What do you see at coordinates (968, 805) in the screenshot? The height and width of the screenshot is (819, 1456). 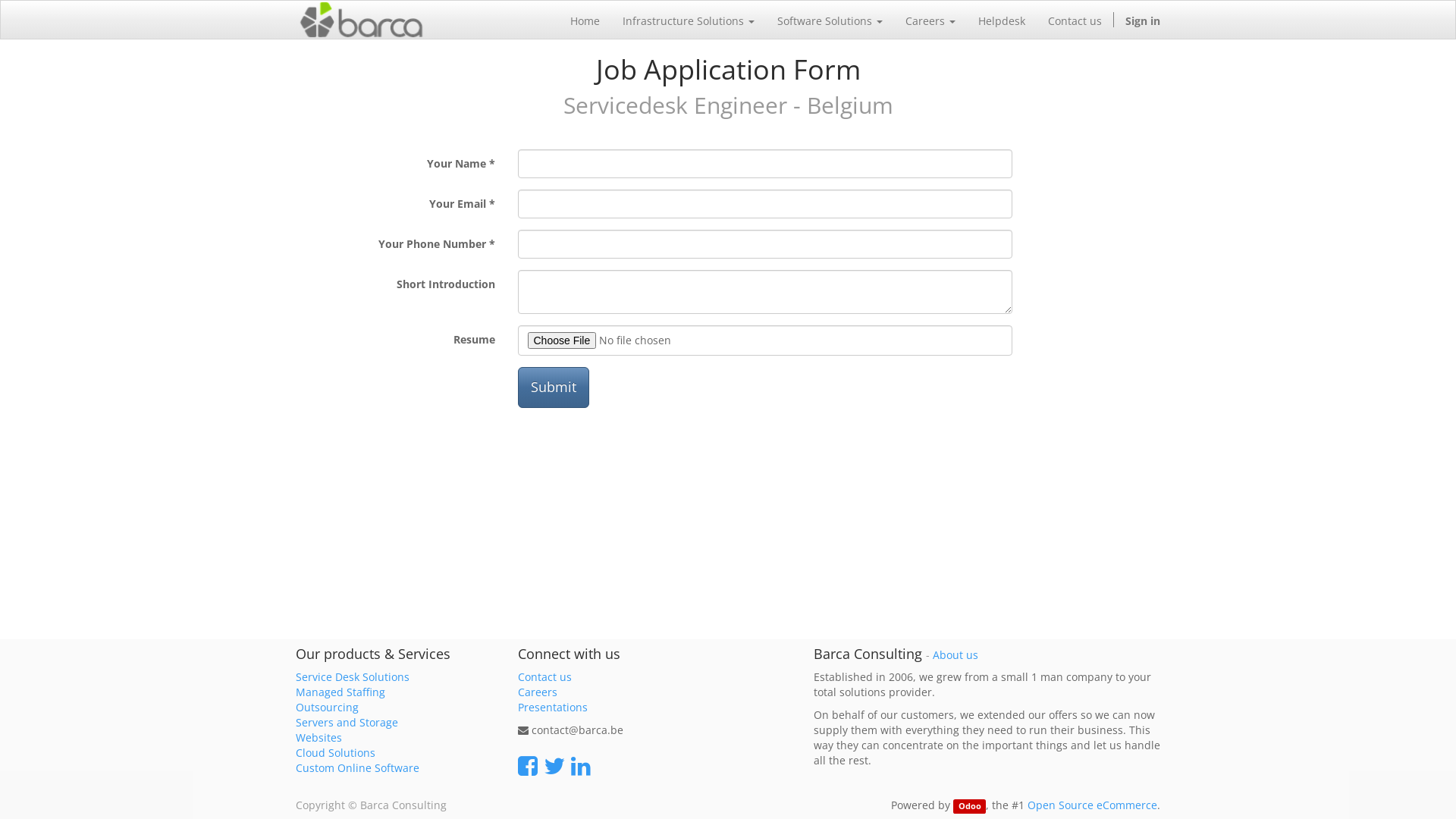 I see `'Odoo'` at bounding box center [968, 805].